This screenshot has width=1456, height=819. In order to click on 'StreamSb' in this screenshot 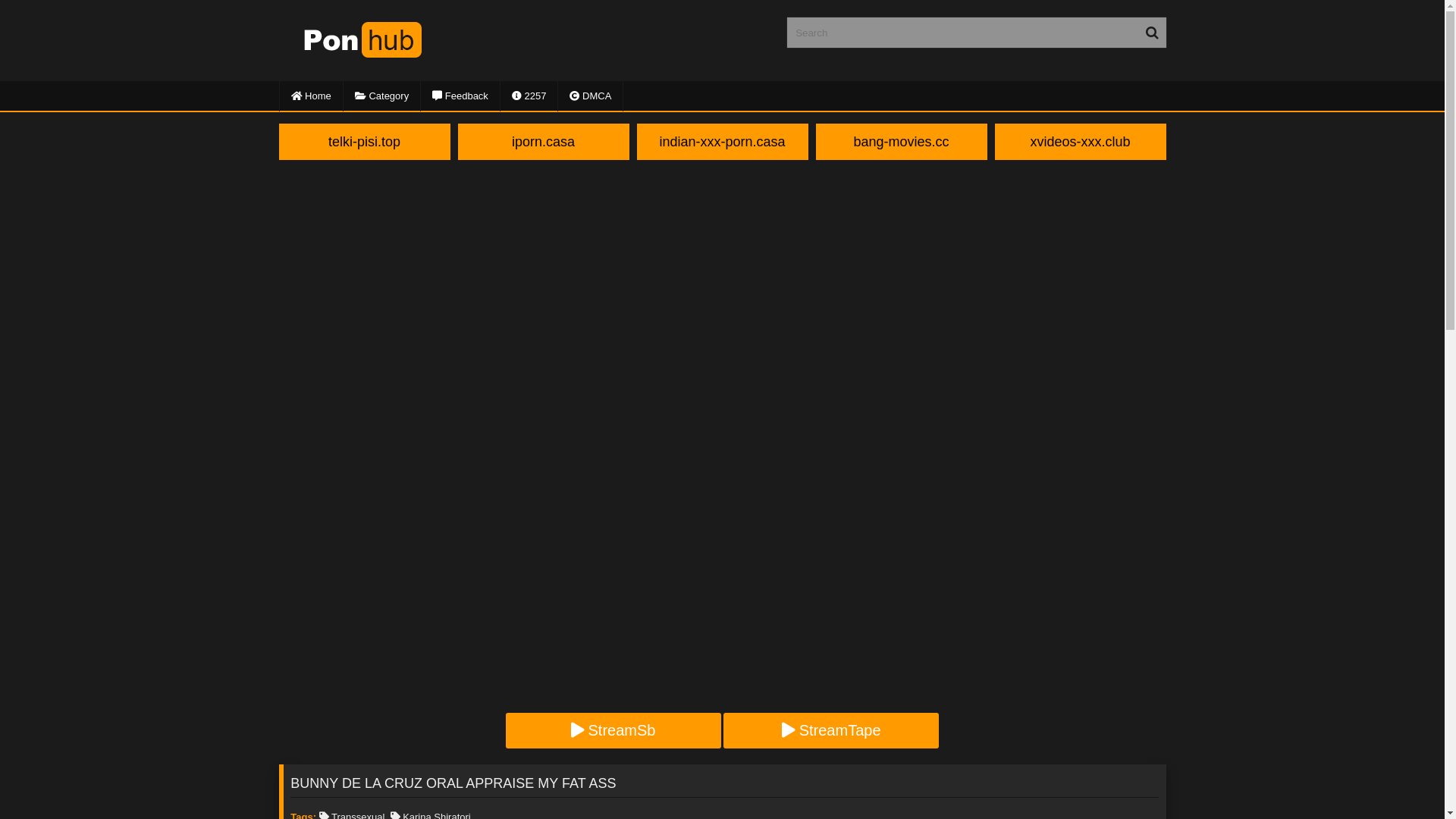, I will do `click(613, 730)`.